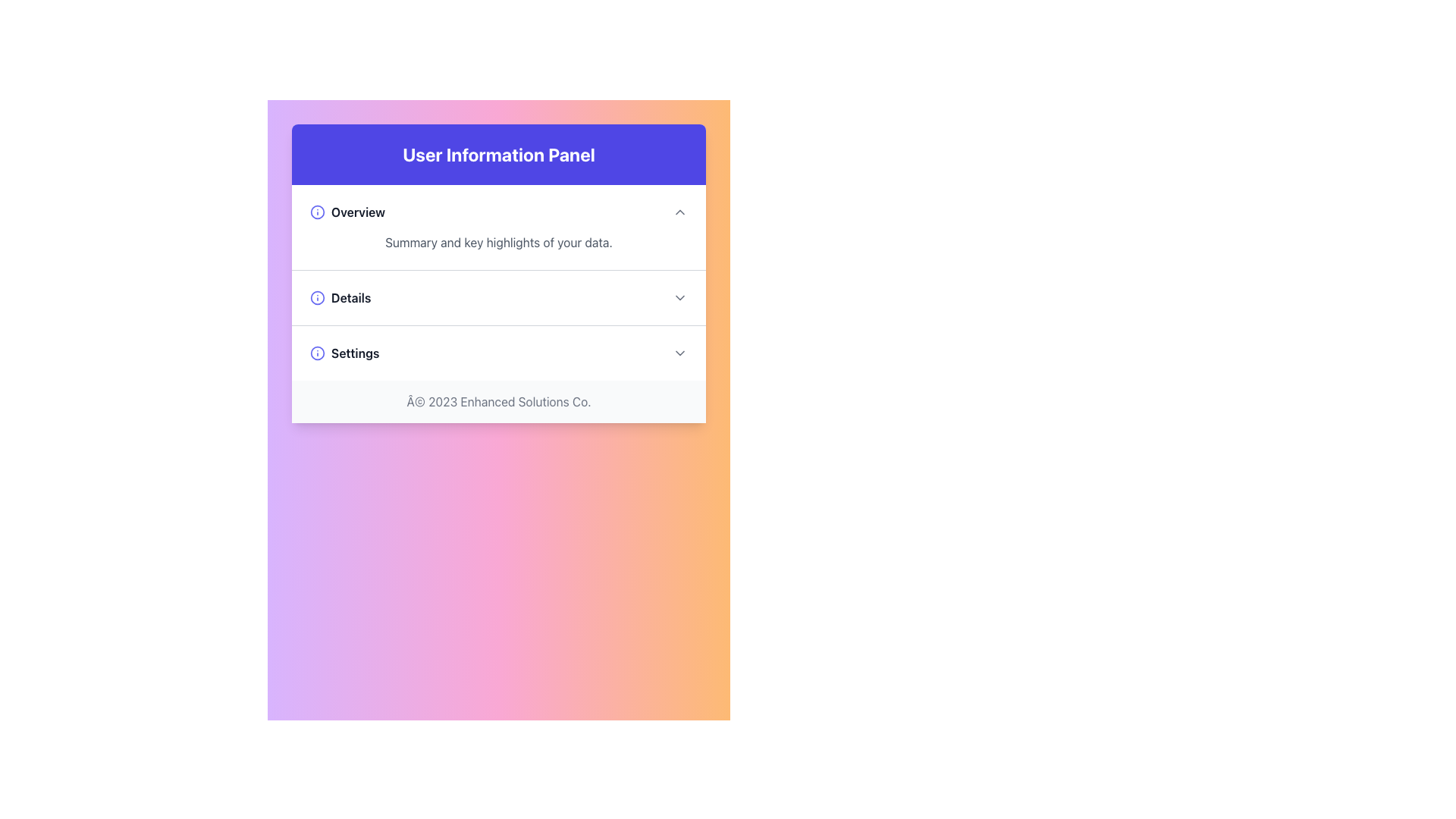 This screenshot has width=1456, height=819. What do you see at coordinates (316, 212) in the screenshot?
I see `the informational icon located to the left of the 'Overview' text in the main panel, which provides supplementary explanations or contextual help` at bounding box center [316, 212].